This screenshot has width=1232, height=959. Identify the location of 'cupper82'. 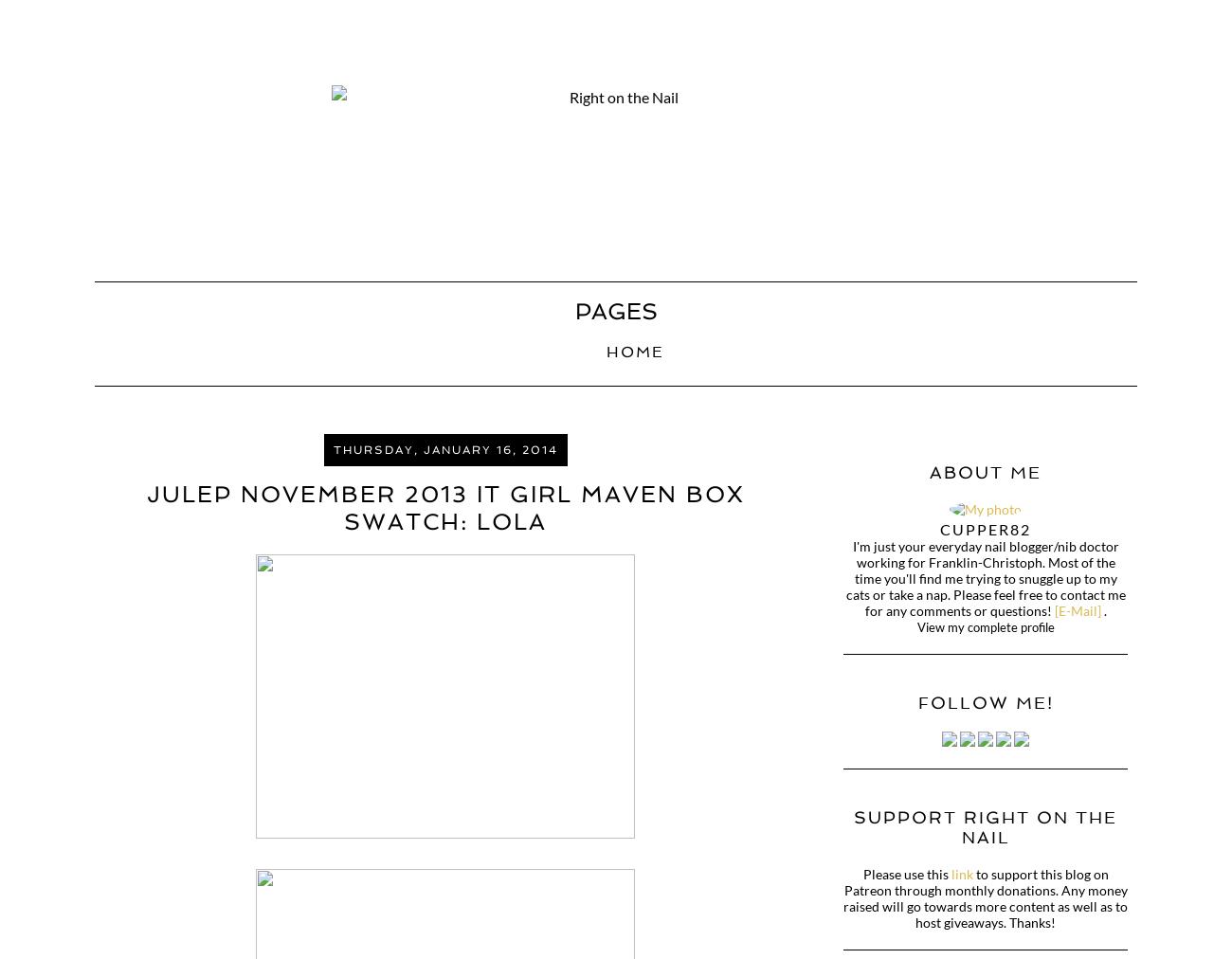
(986, 528).